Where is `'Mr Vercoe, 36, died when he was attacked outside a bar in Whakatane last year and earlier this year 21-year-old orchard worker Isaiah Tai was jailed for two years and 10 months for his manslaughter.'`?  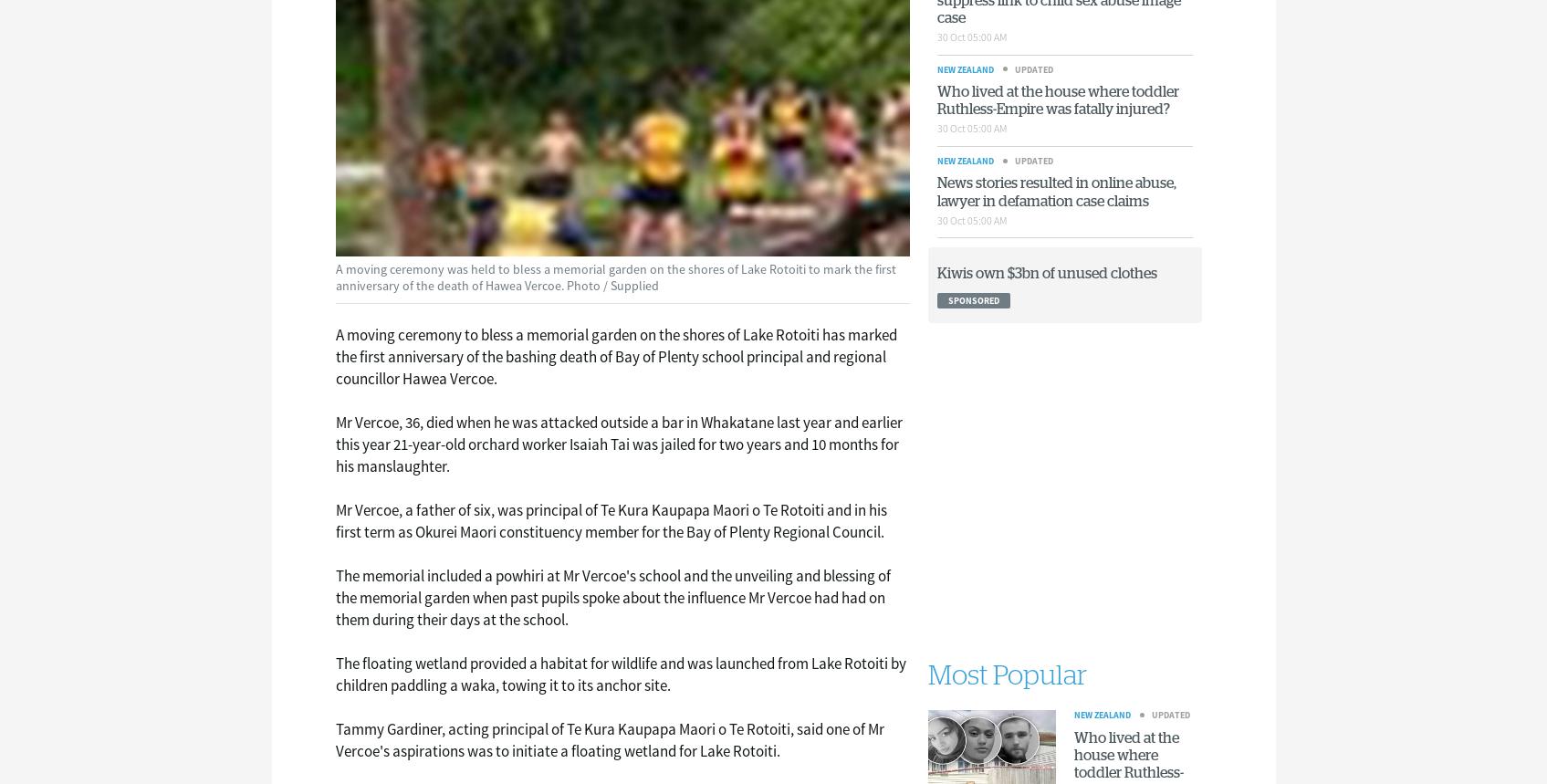
'Mr Vercoe, 36, died when he was attacked outside a bar in Whakatane last year and earlier this year 21-year-old orchard worker Isaiah Tai was jailed for two years and 10 months for his manslaughter.' is located at coordinates (618, 444).